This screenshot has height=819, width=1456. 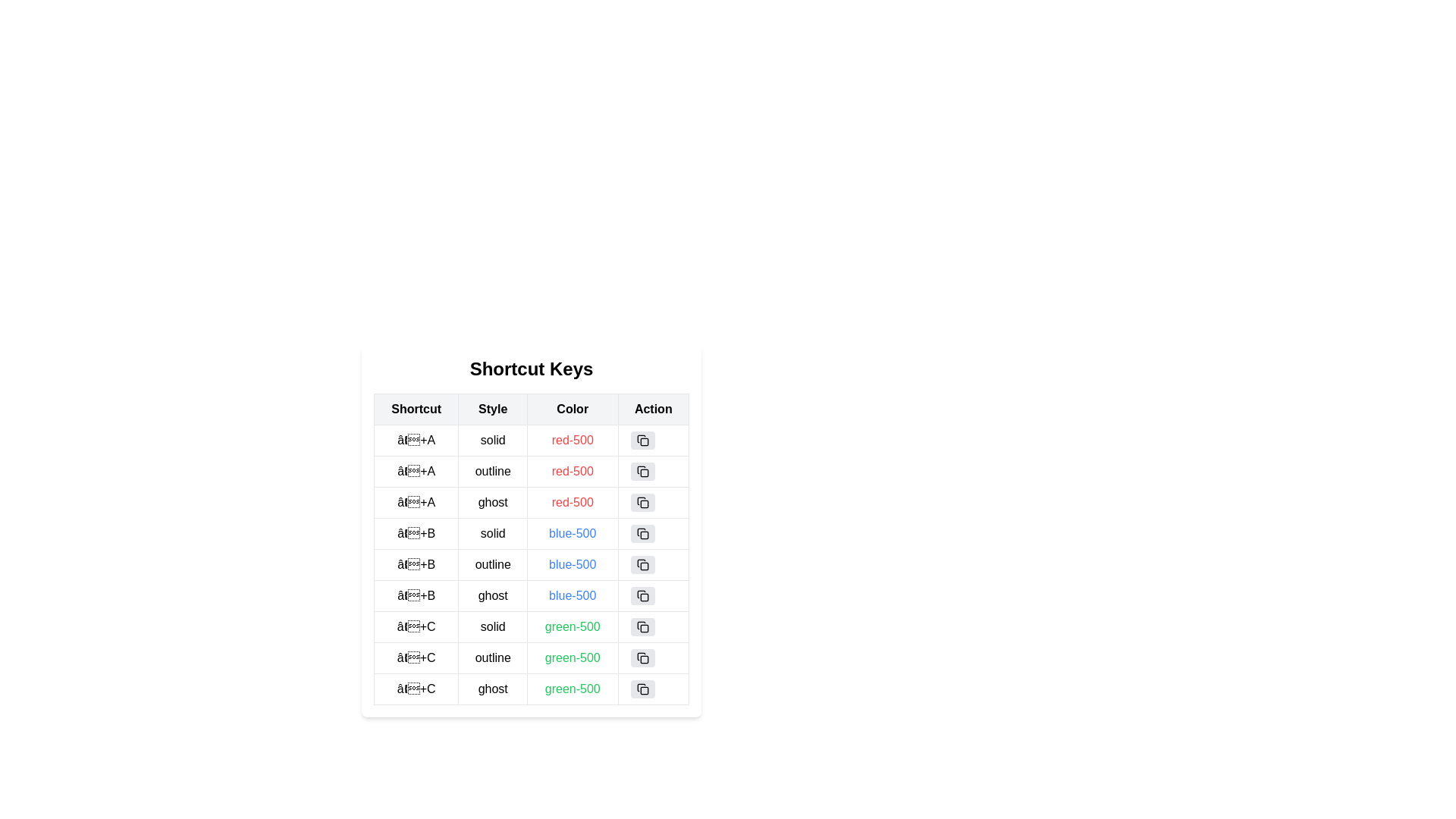 I want to click on the blue solid button in the 'Action' column corresponding to the 'Shortcut = ⌘+B' row, so click(x=653, y=533).